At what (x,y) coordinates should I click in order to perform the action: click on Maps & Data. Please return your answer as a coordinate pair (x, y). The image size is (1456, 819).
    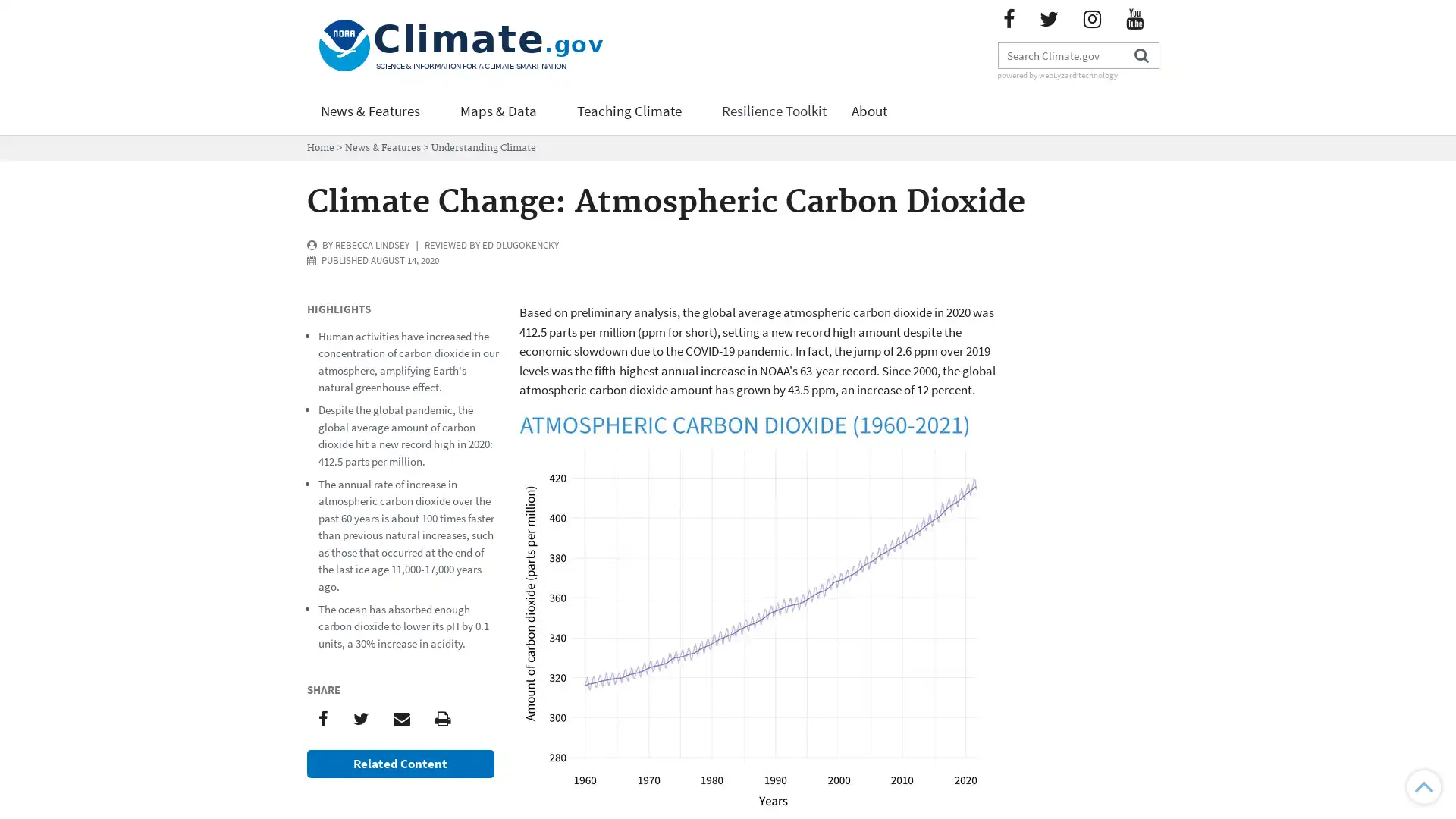
    Looking at the image, I should click on (506, 111).